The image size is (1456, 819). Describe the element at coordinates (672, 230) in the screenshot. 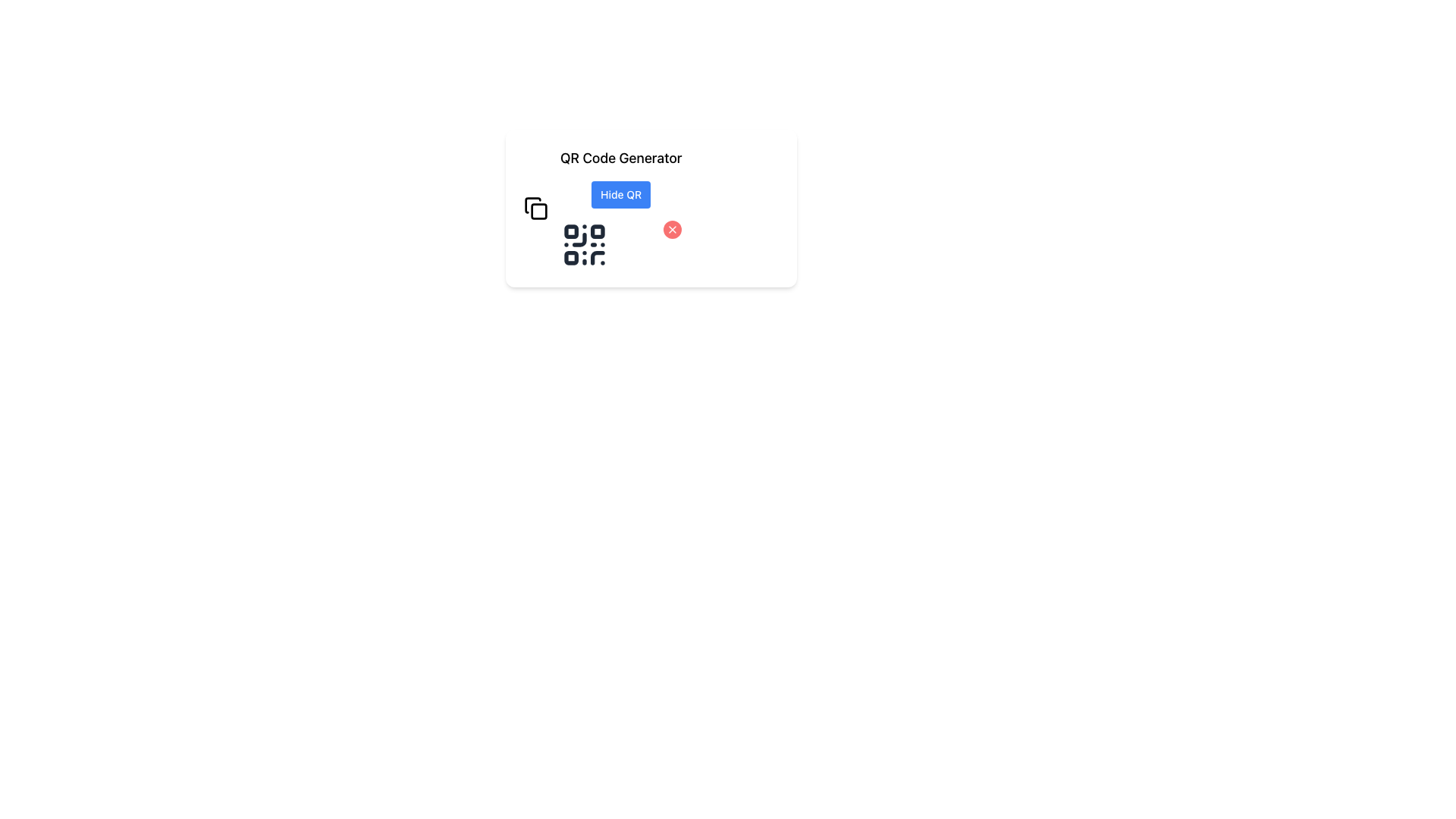

I see `the close button located in the top-right corner of the QR code section` at that location.